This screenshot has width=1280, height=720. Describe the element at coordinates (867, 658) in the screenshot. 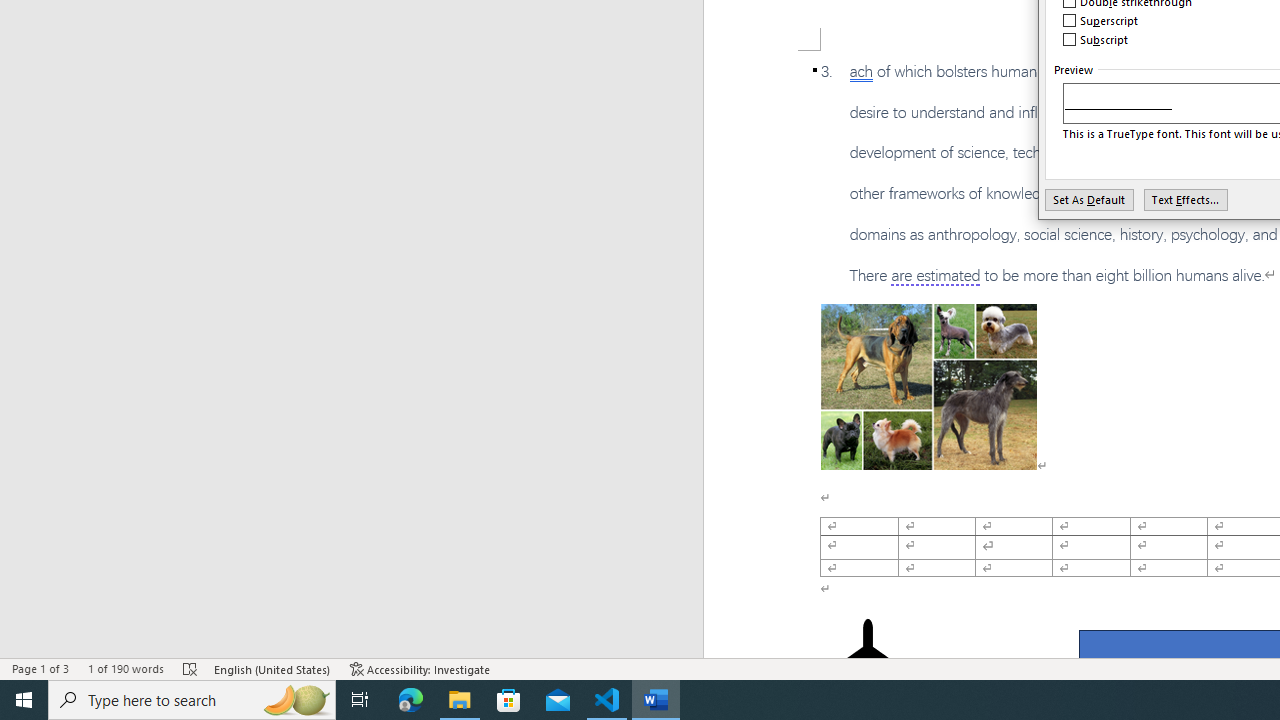

I see `'Airplane with solid fill'` at that location.